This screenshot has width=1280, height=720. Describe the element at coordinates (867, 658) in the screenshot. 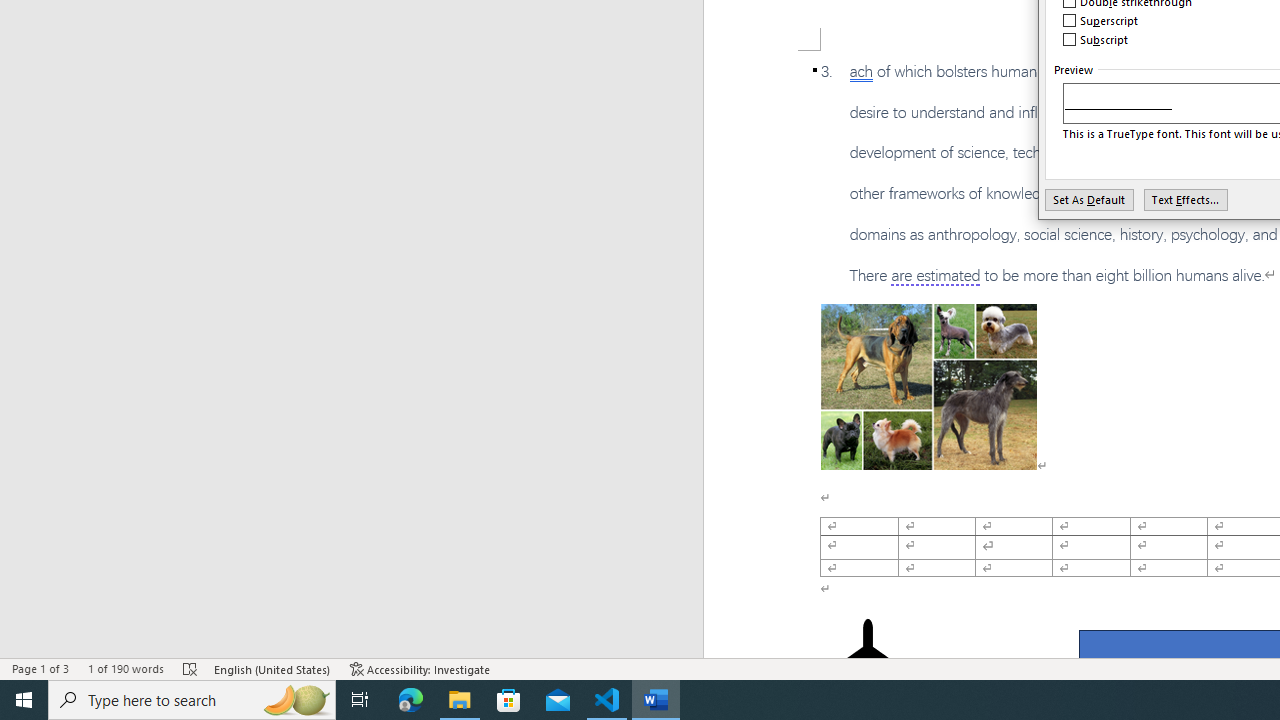

I see `'Airplane with solid fill'` at that location.